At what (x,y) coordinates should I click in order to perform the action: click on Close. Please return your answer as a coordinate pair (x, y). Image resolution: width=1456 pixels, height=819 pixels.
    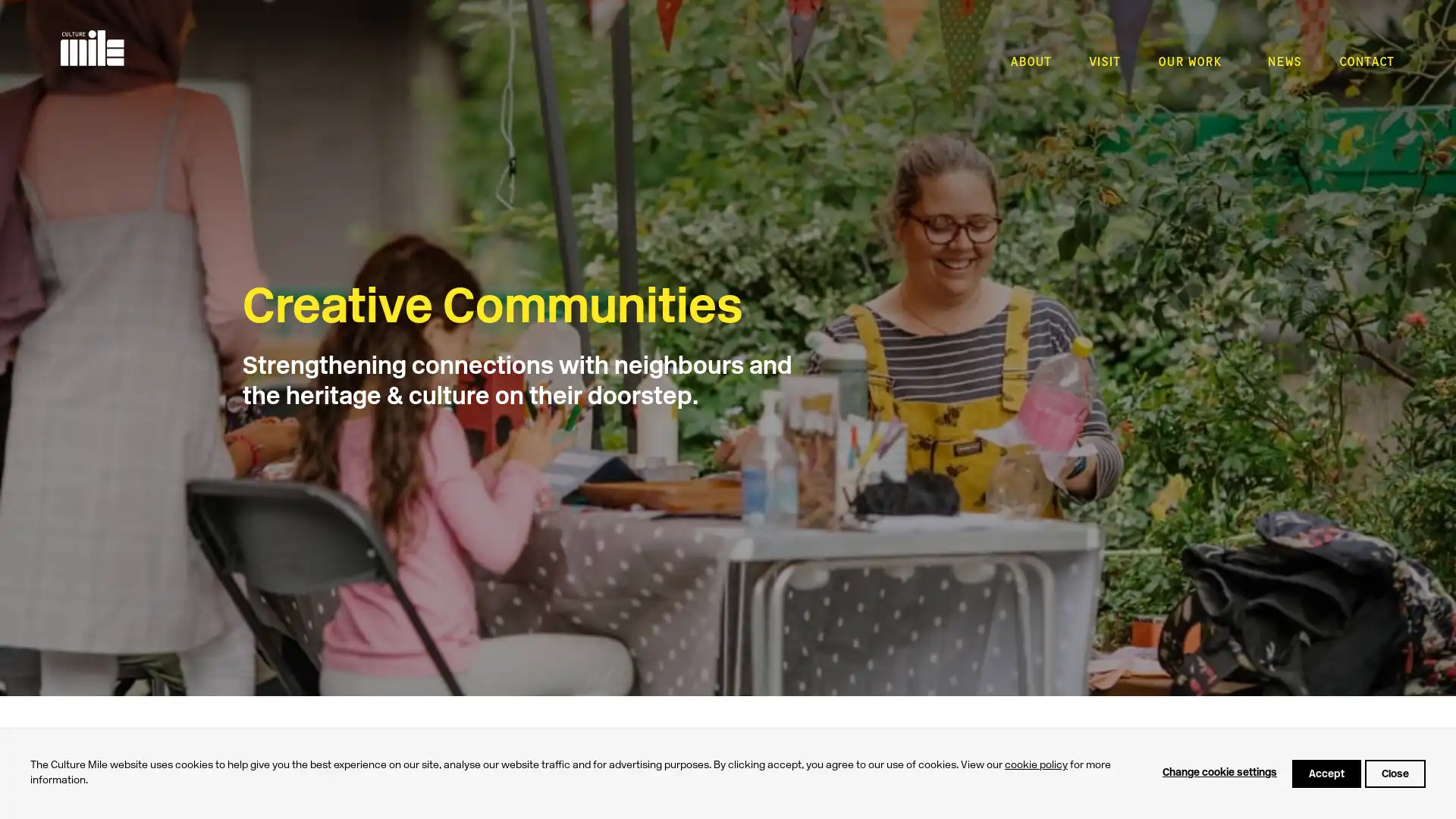
    Looking at the image, I should click on (1395, 773).